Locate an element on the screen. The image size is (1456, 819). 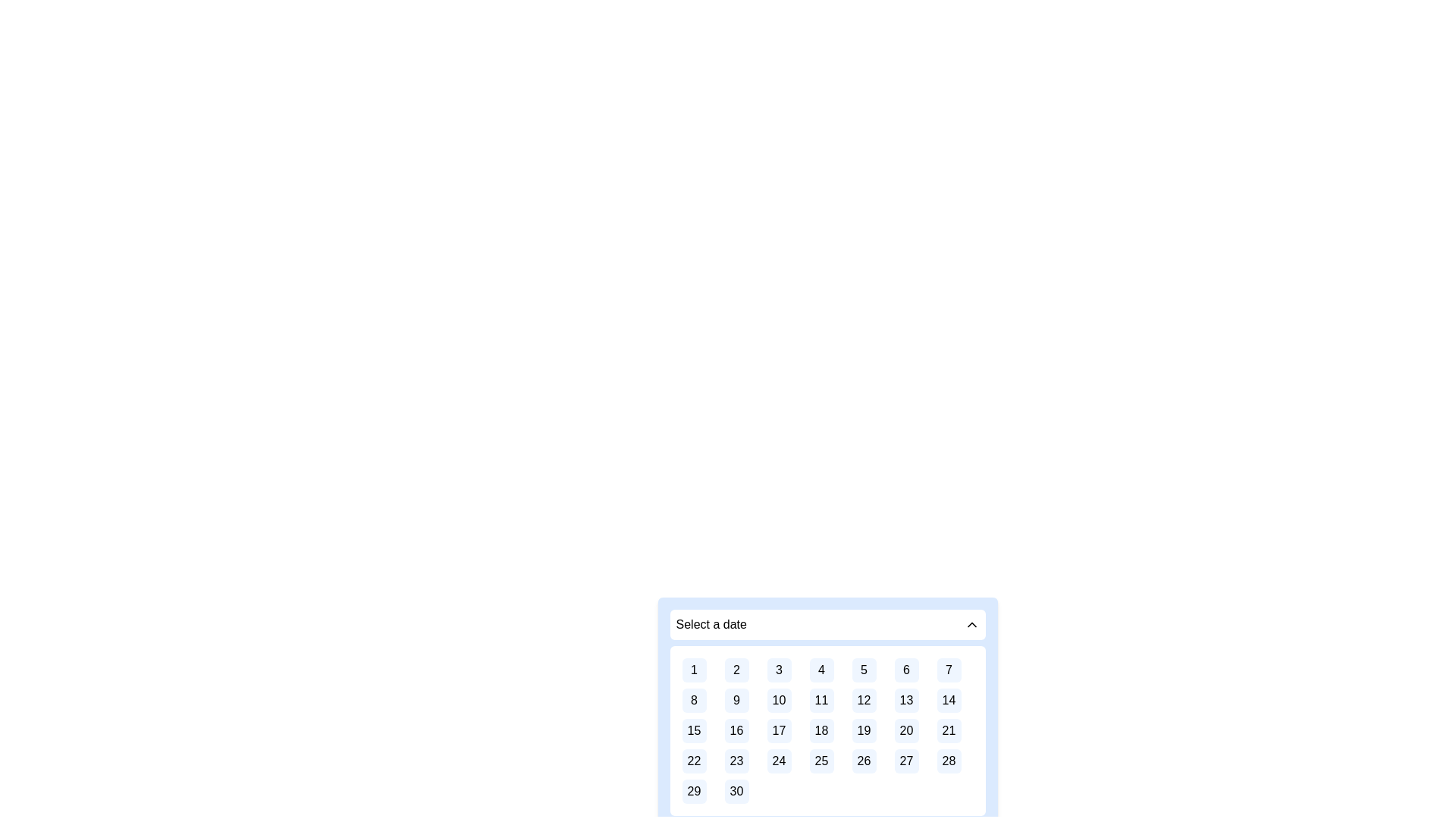
the blue square button with rounded borders displaying the number '9' in black font is located at coordinates (736, 701).